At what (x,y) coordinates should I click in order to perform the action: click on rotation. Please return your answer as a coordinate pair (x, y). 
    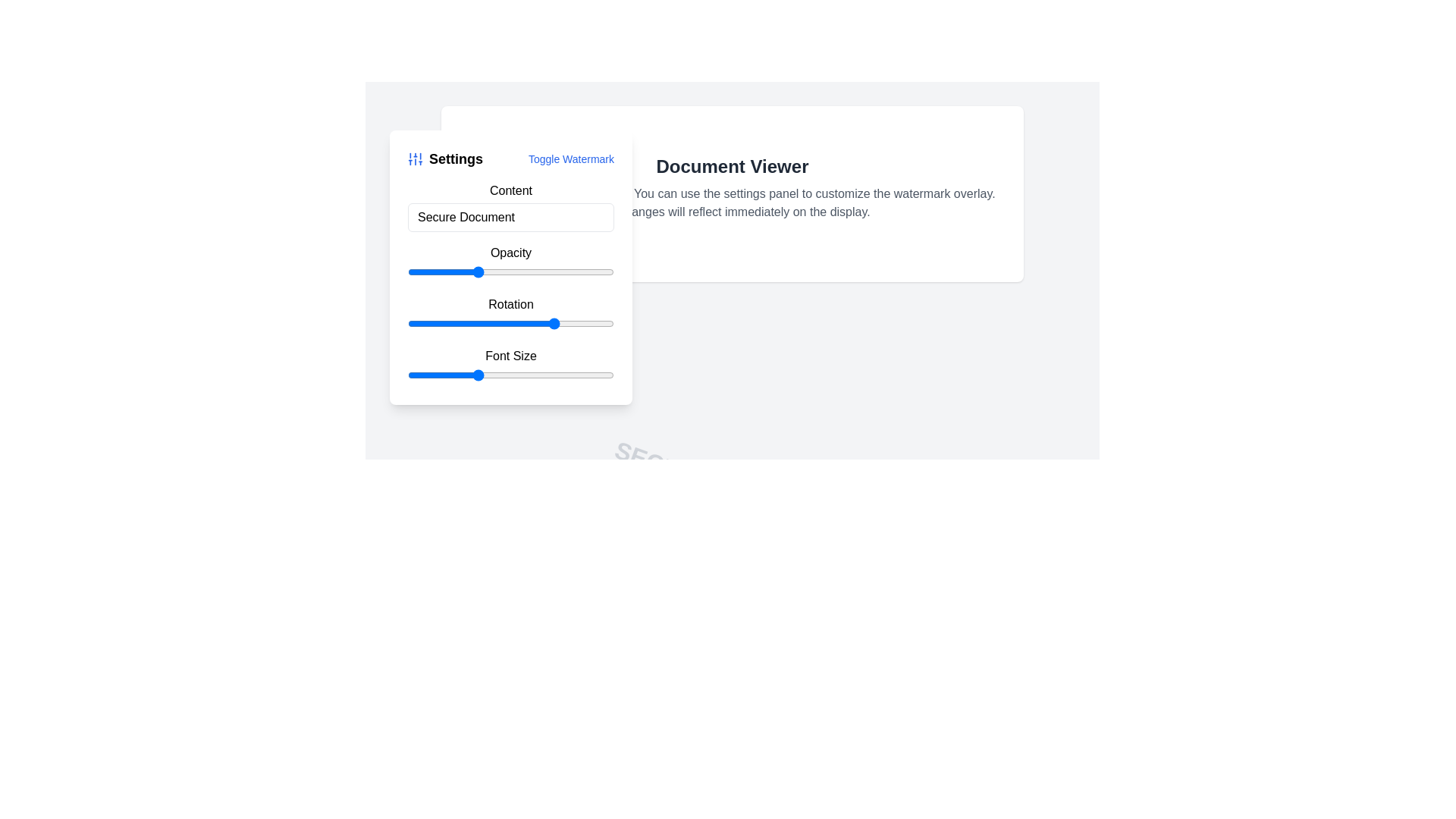
    Looking at the image, I should click on (425, 323).